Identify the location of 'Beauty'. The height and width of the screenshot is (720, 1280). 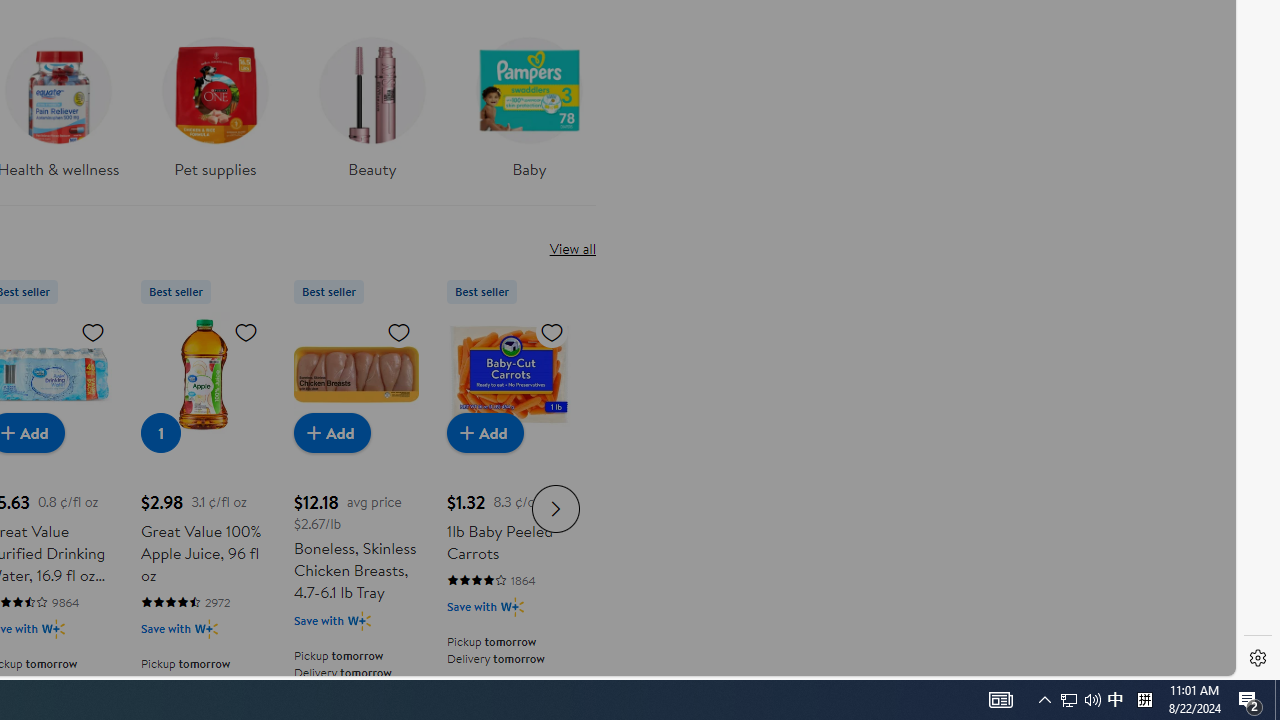
(371, 114).